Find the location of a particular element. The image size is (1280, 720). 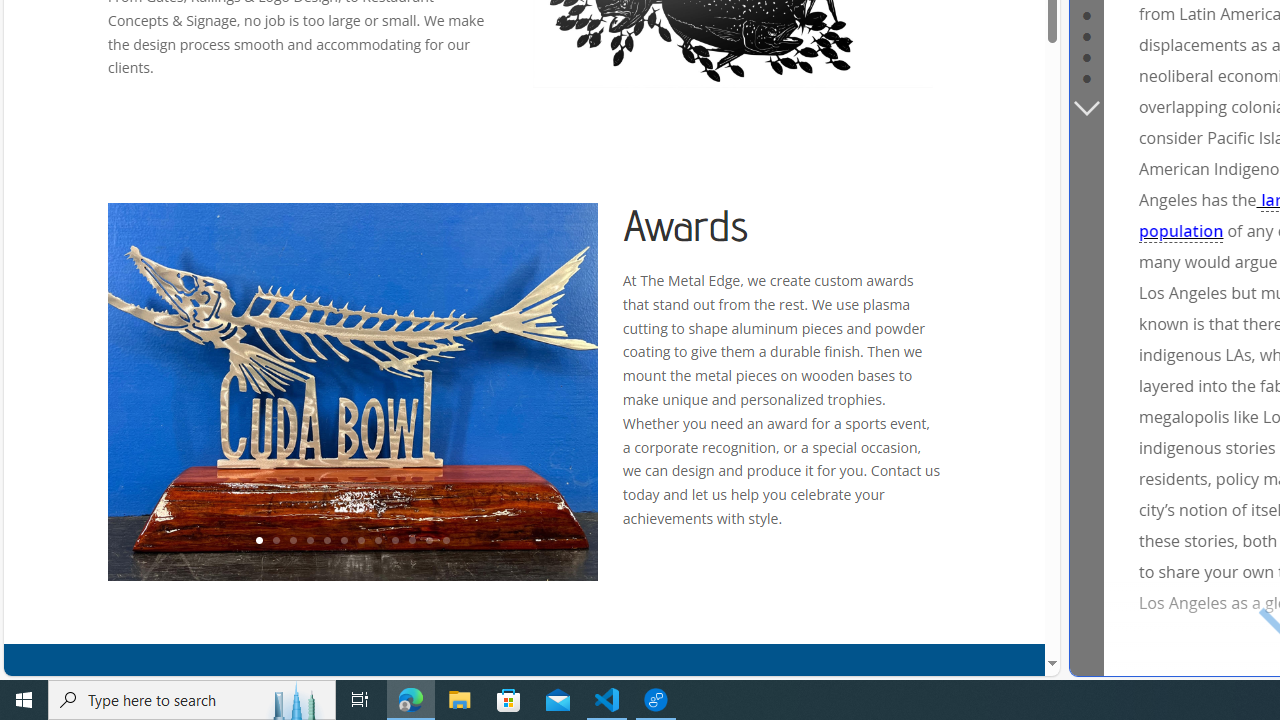

'5' is located at coordinates (327, 541).